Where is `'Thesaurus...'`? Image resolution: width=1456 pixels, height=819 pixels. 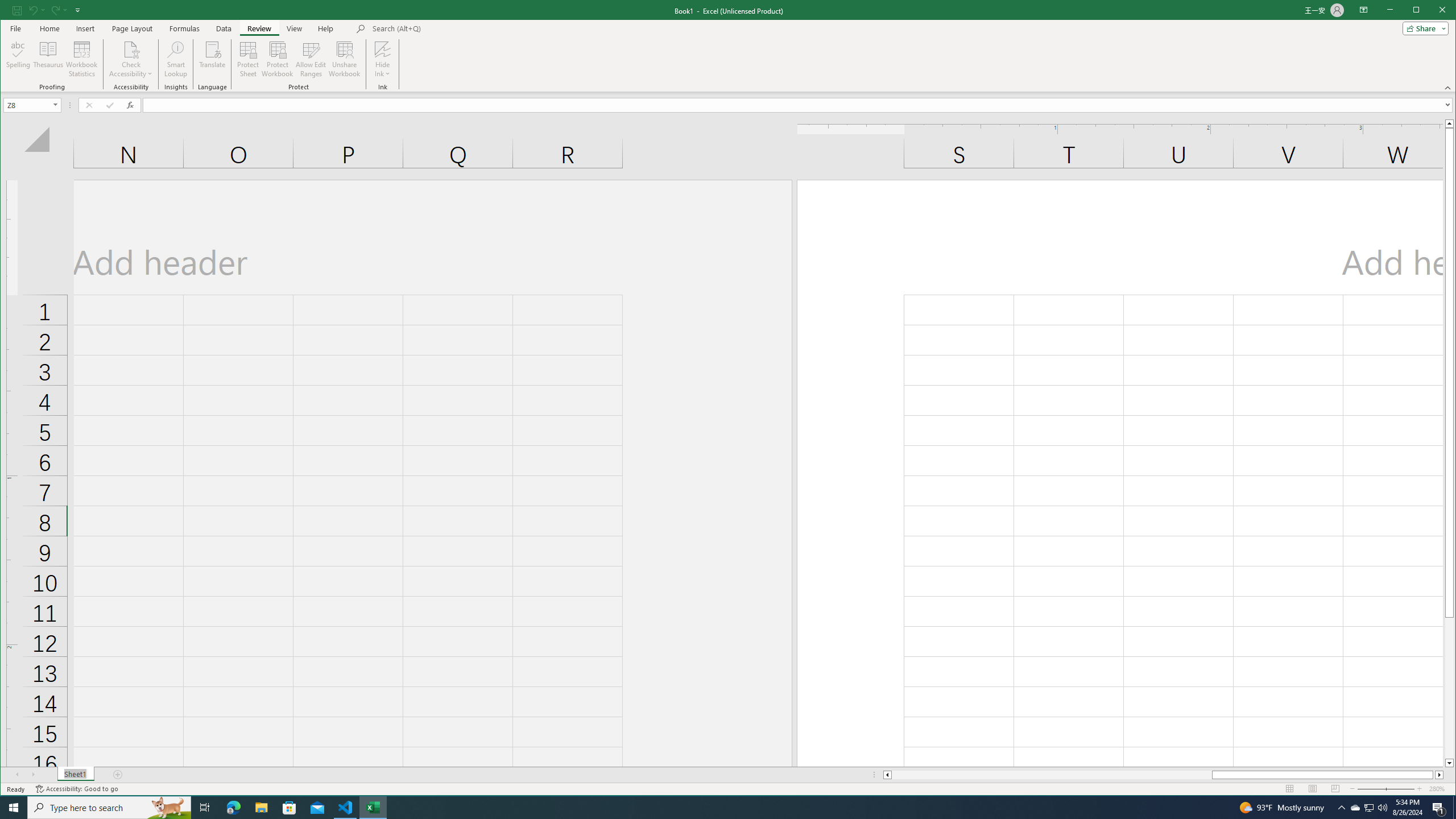
'Thesaurus...' is located at coordinates (48, 59).